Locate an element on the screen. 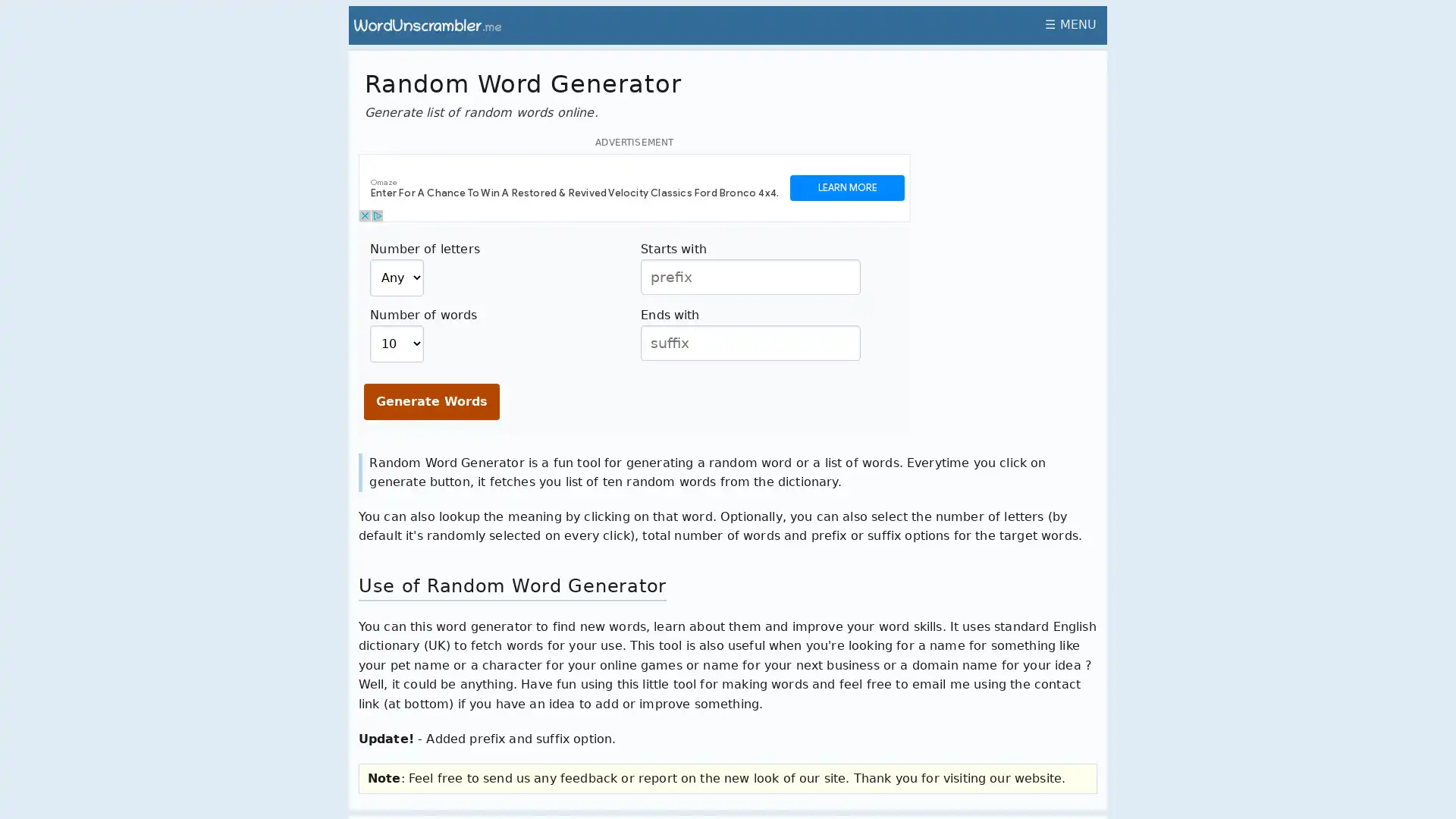 The width and height of the screenshot is (1456, 819). Generate Words is located at coordinates (431, 400).